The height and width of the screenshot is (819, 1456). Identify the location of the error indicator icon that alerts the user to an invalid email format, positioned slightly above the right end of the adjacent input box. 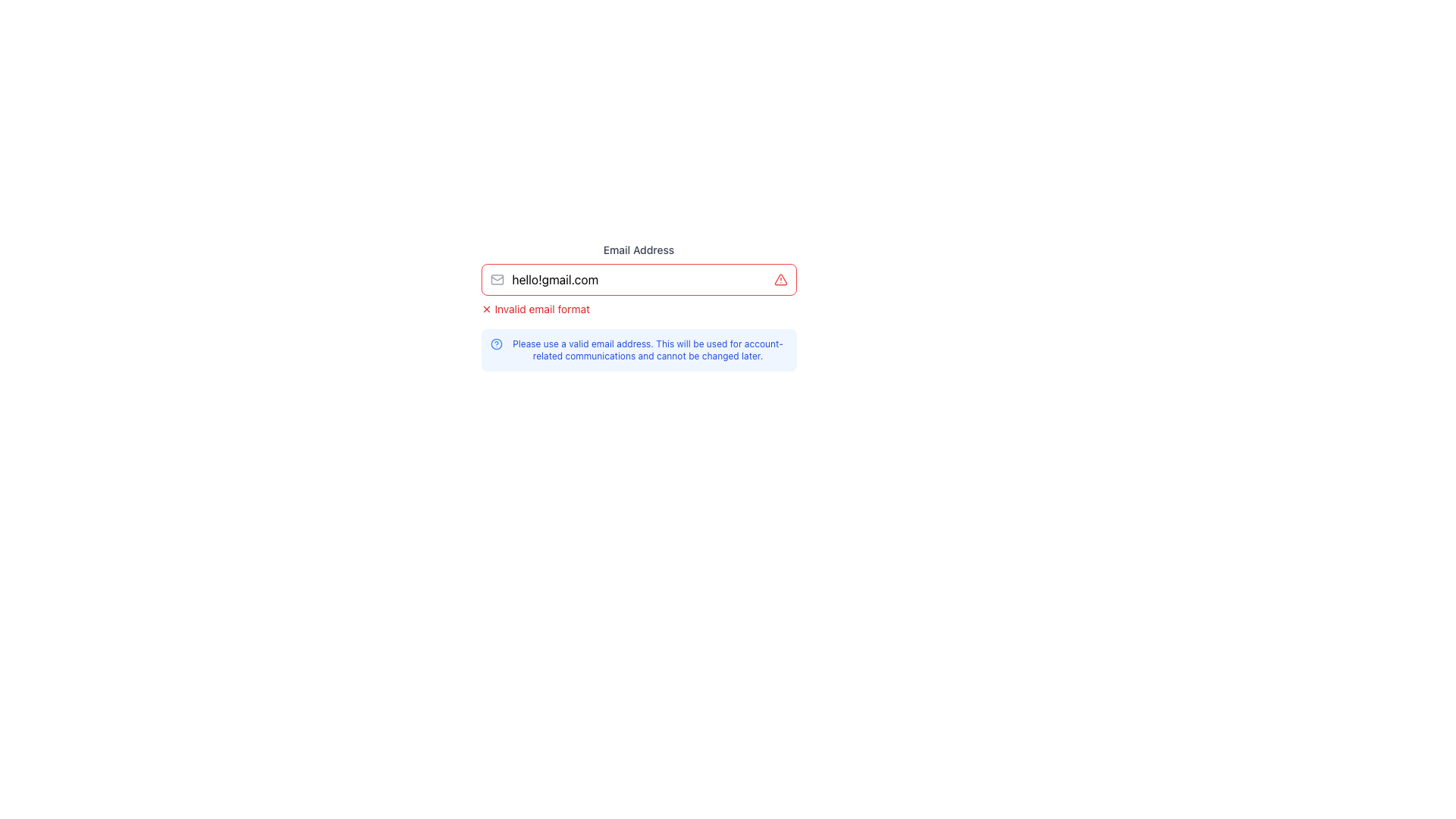
(780, 280).